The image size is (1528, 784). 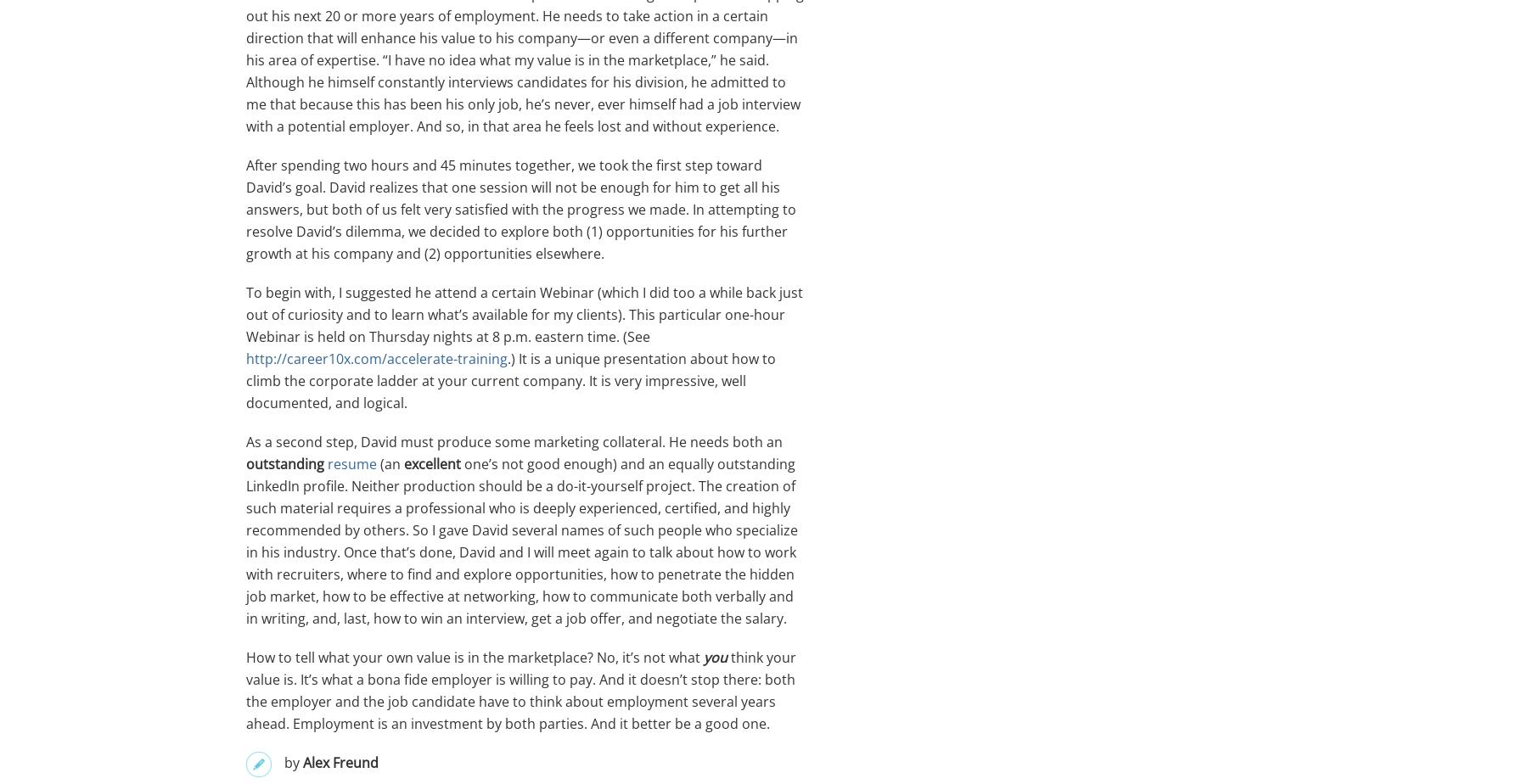 What do you see at coordinates (715, 657) in the screenshot?
I see `'you'` at bounding box center [715, 657].